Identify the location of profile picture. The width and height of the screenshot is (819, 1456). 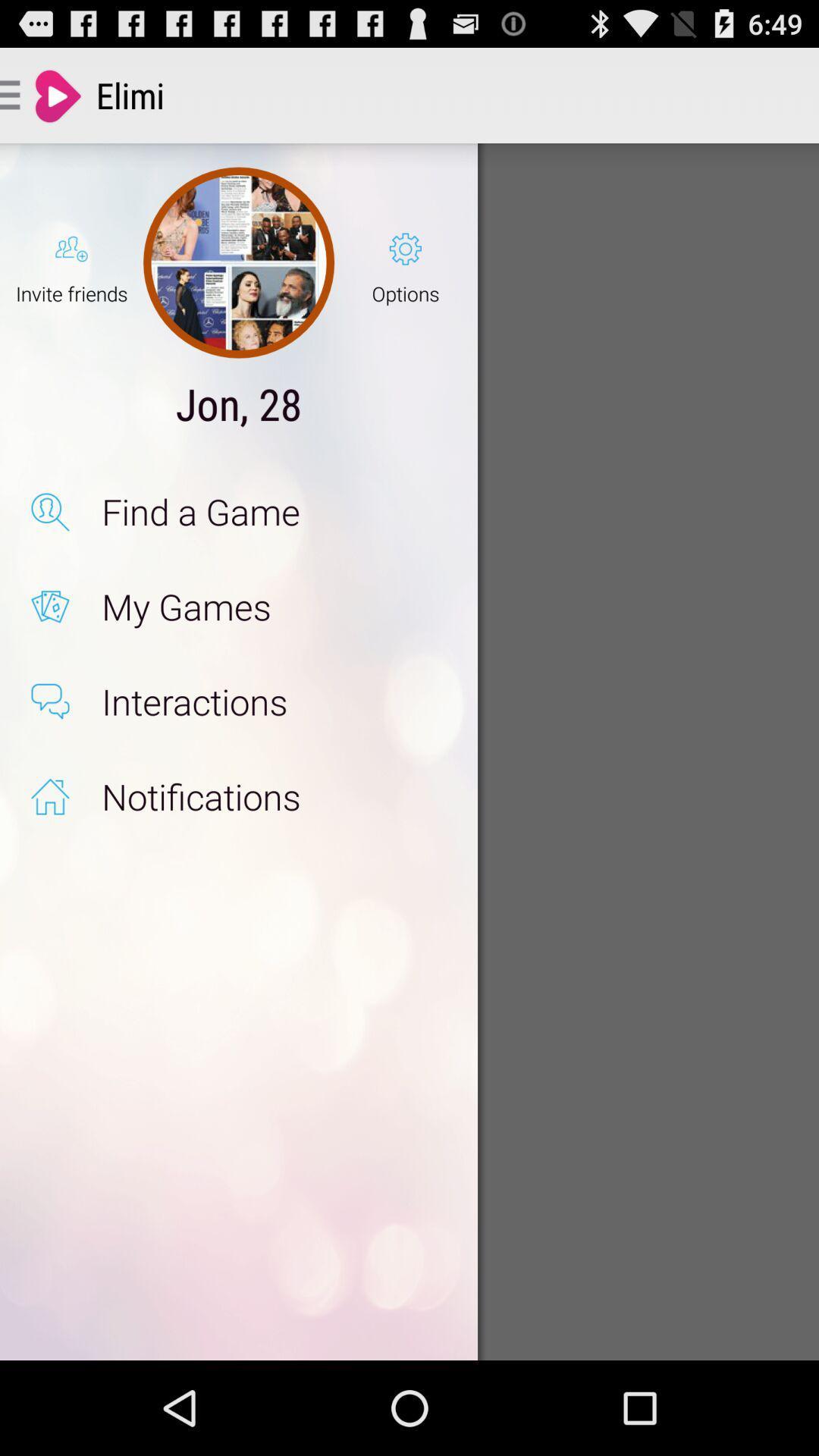
(239, 262).